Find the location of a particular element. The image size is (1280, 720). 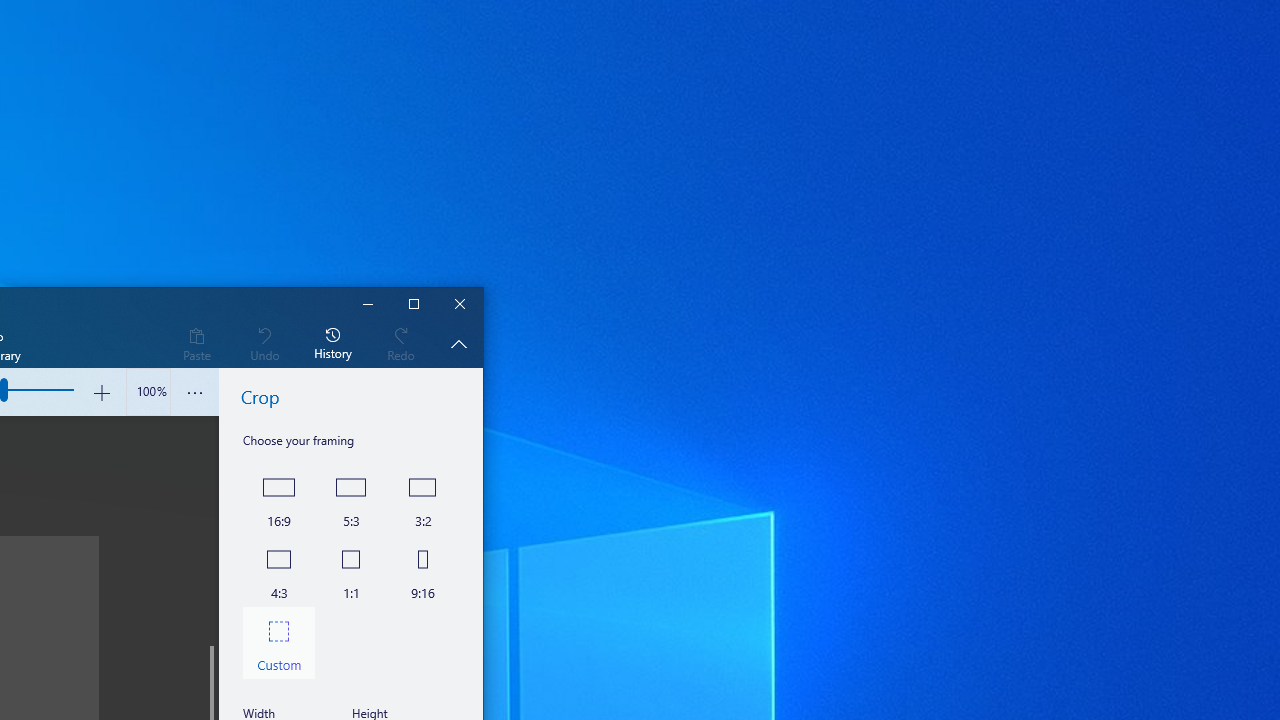

'Zoom slider' is located at coordinates (147, 392).